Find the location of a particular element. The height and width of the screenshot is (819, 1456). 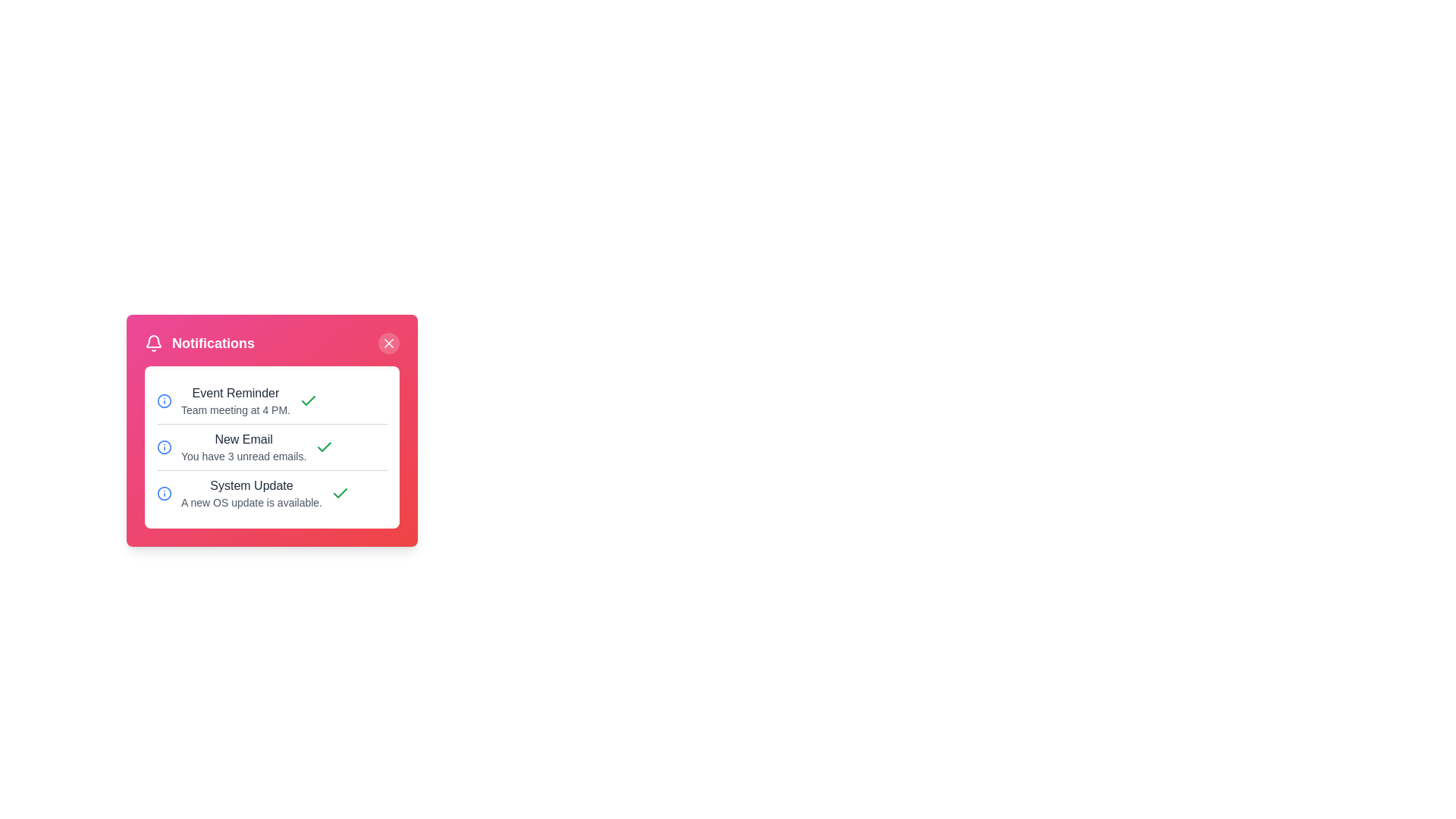

text label that provides a reminder for the 'Team meeting at 4 PM.' located in the notifications panel is located at coordinates (235, 400).